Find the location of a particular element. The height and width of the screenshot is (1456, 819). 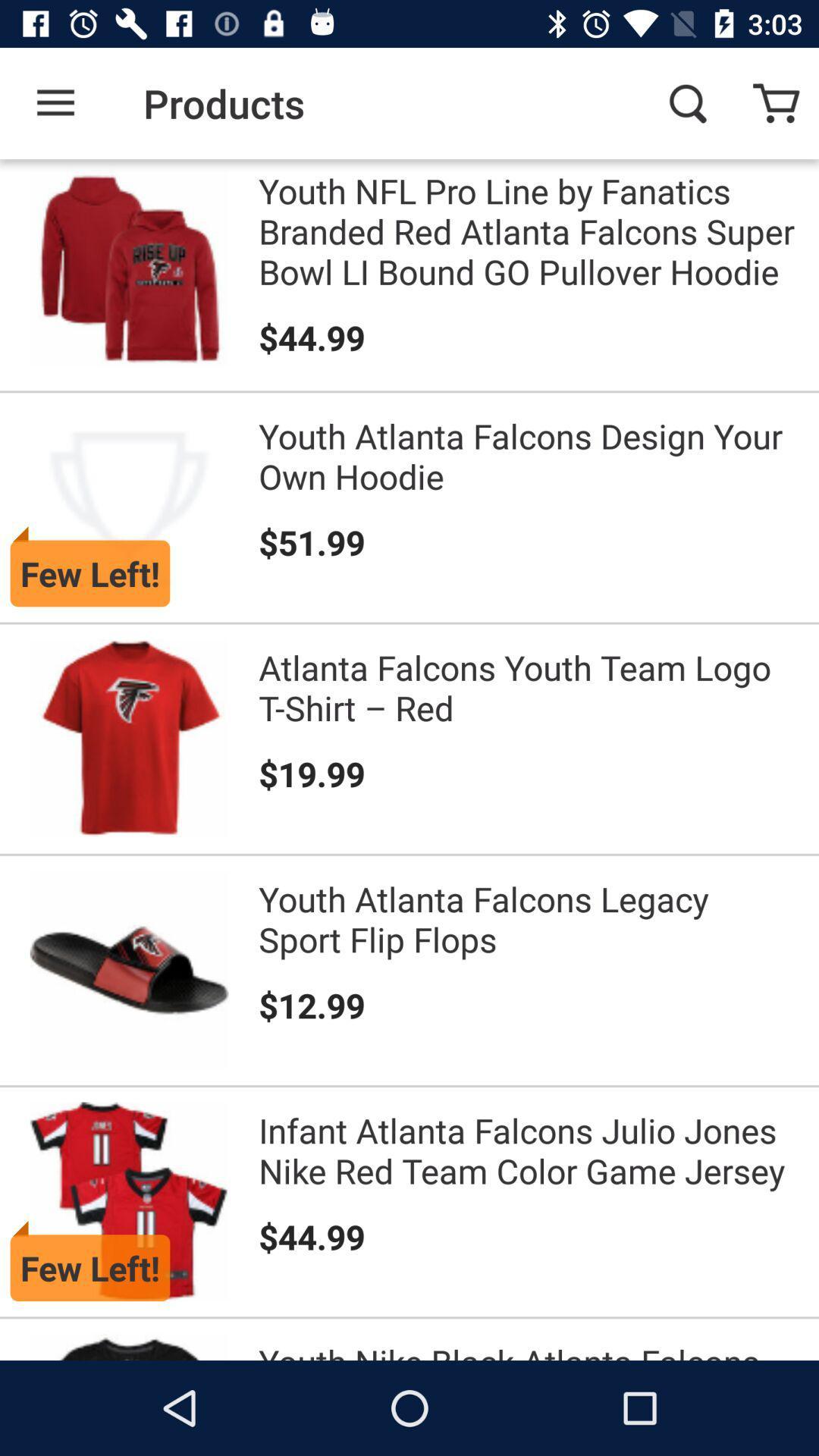

the item above the youth nfl pro item is located at coordinates (687, 102).